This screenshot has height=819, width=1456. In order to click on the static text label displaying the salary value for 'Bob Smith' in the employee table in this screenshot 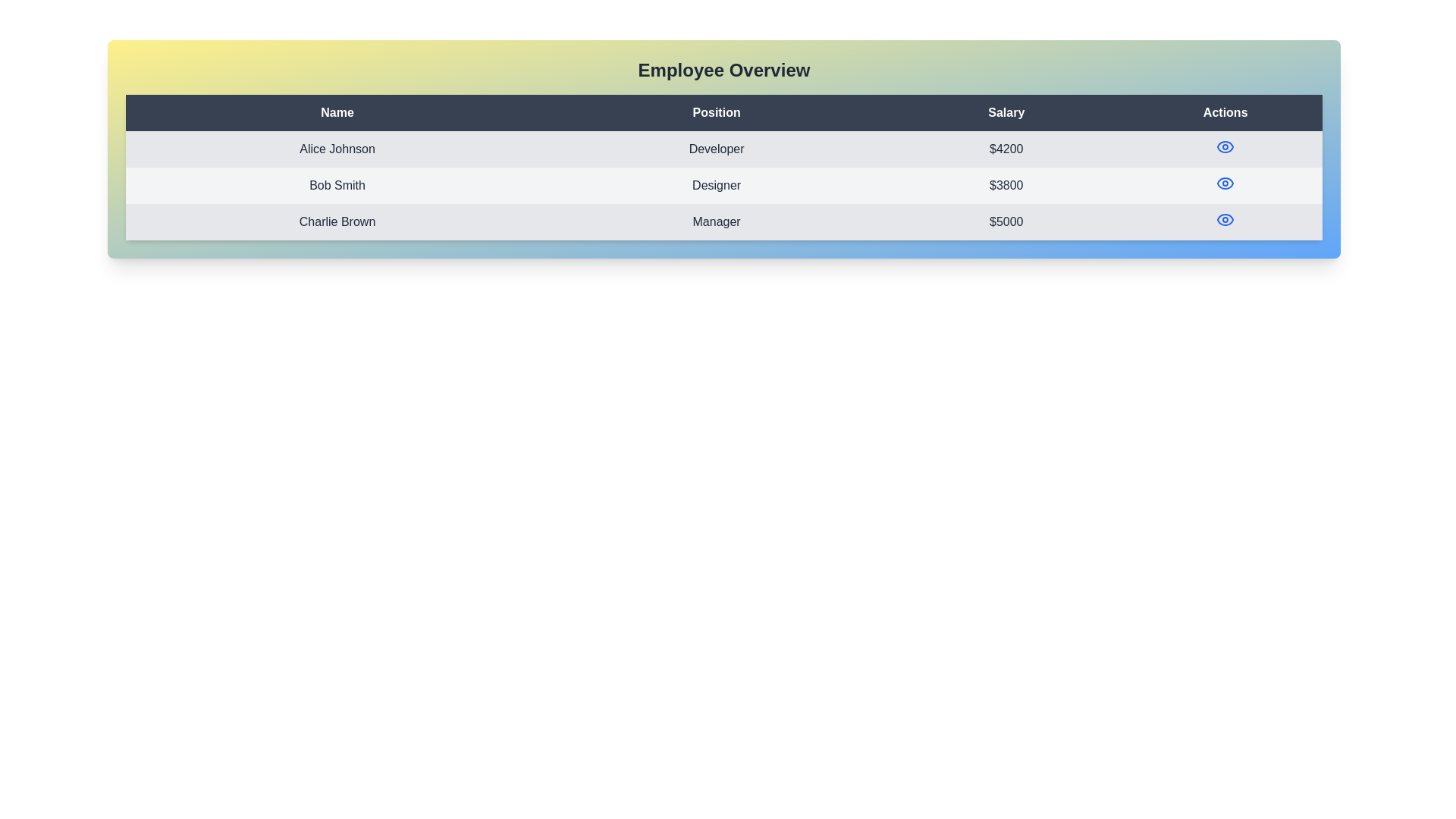, I will do `click(1006, 185)`.